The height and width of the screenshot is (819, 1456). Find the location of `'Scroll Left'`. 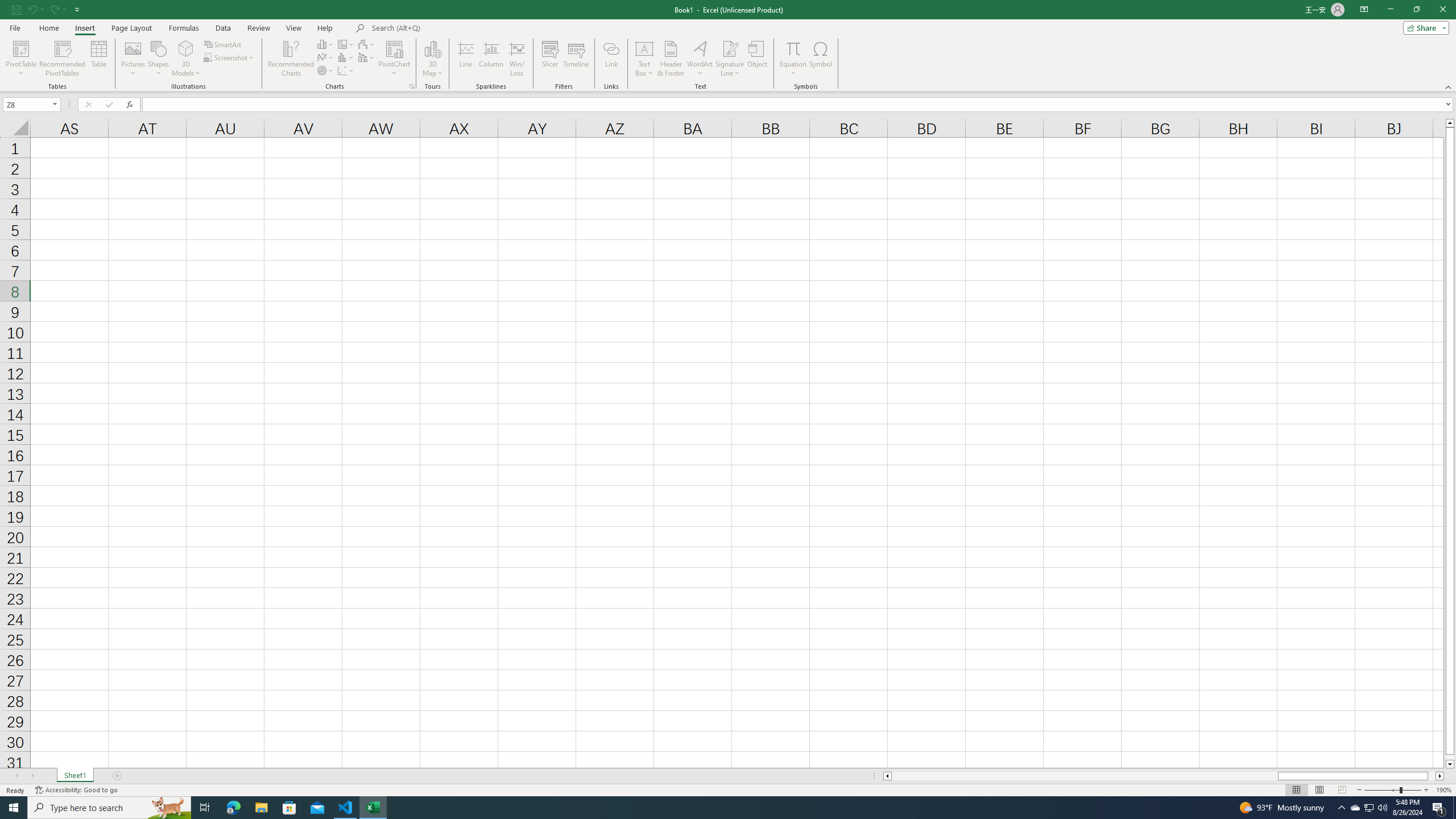

'Scroll Left' is located at coordinates (16, 775).